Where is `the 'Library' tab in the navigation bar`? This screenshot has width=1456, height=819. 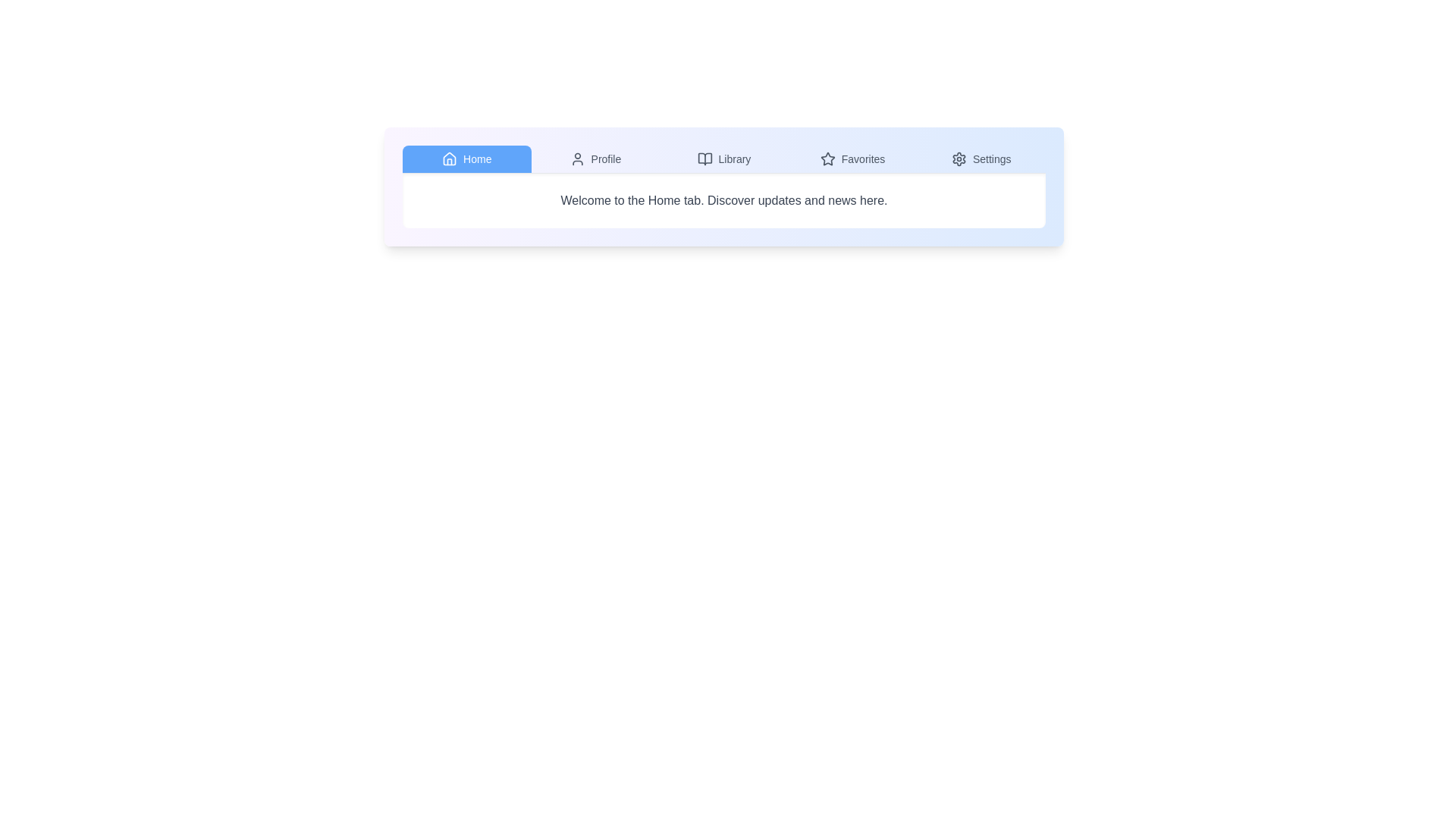 the 'Library' tab in the navigation bar is located at coordinates (723, 159).